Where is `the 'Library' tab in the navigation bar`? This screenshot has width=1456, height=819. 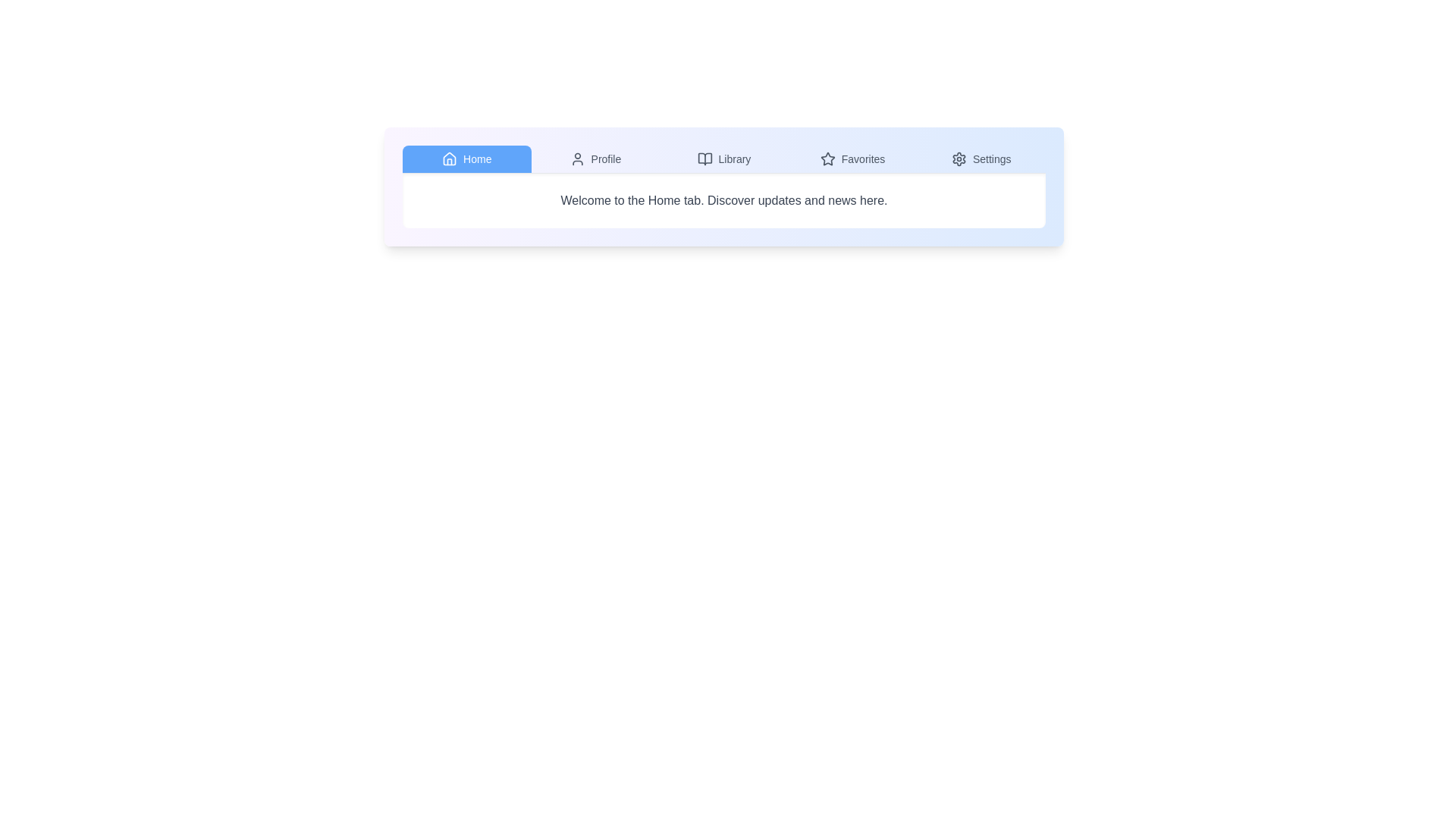 the 'Library' tab in the navigation bar is located at coordinates (723, 159).